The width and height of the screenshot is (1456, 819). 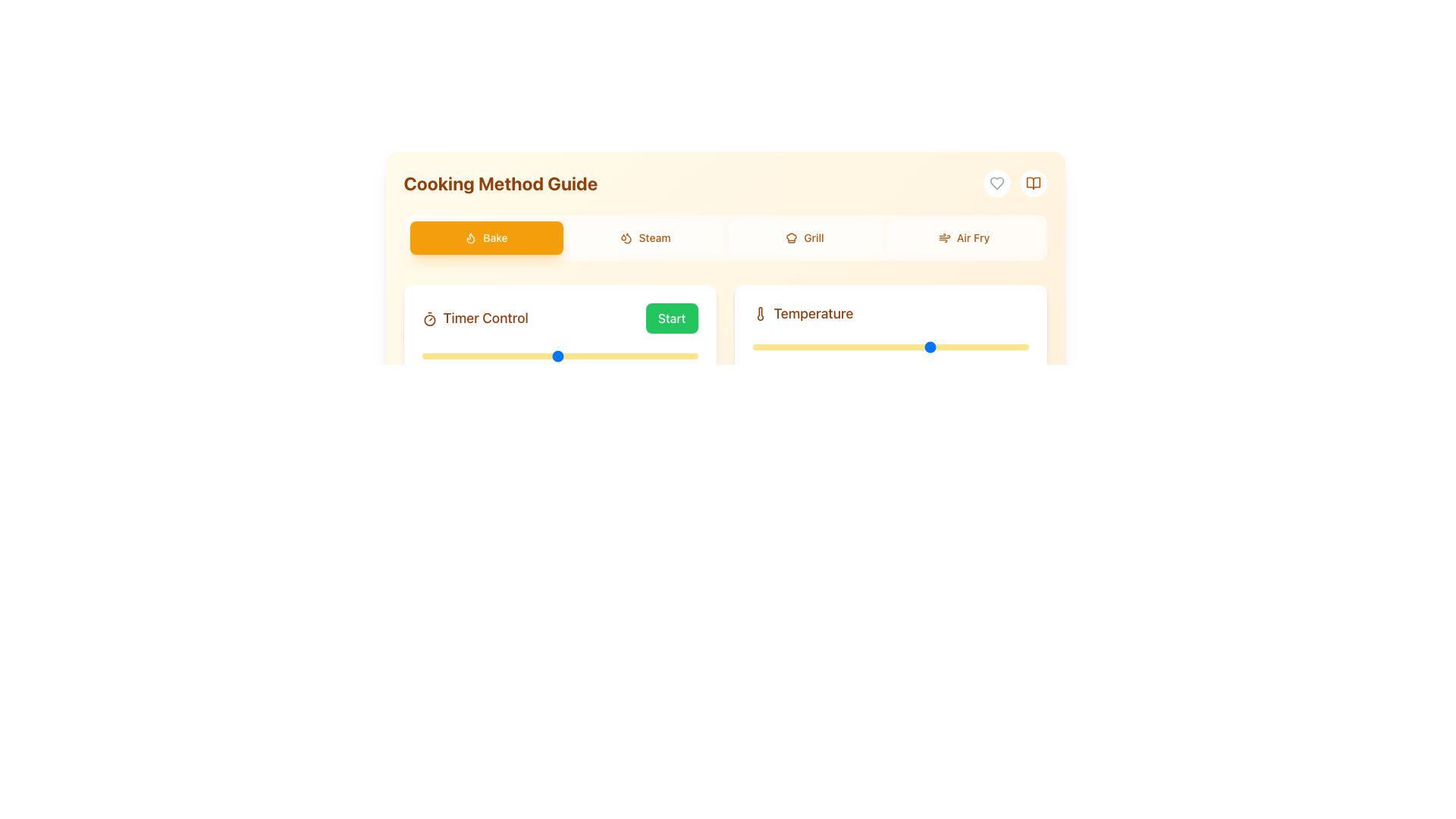 I want to click on the visual appearance of the flame icon associated with the 'Steam' label, positioned second from the left in the row of cooking method options, so click(x=470, y=238).